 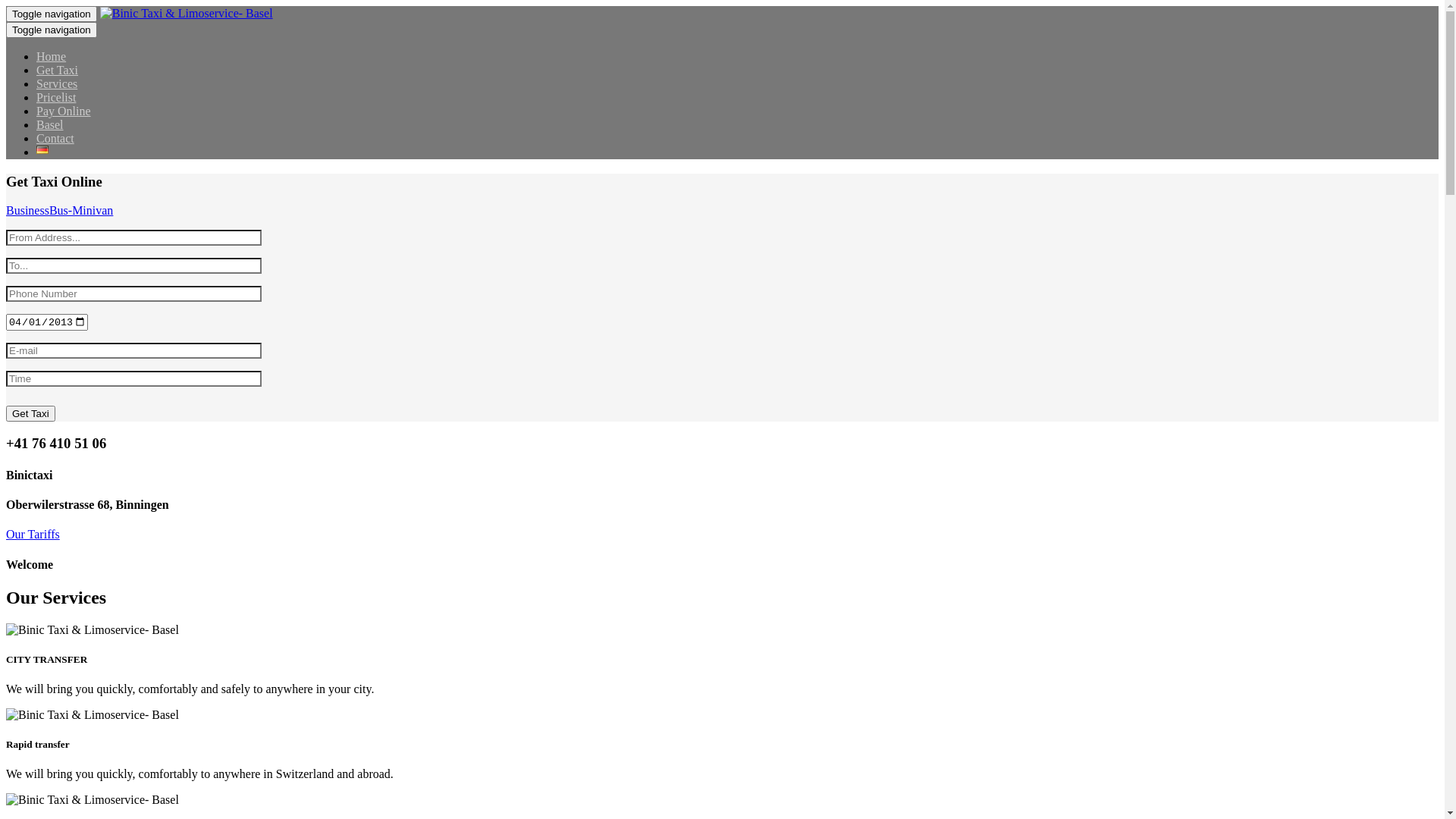 I want to click on 'Pay Online', so click(x=62, y=110).